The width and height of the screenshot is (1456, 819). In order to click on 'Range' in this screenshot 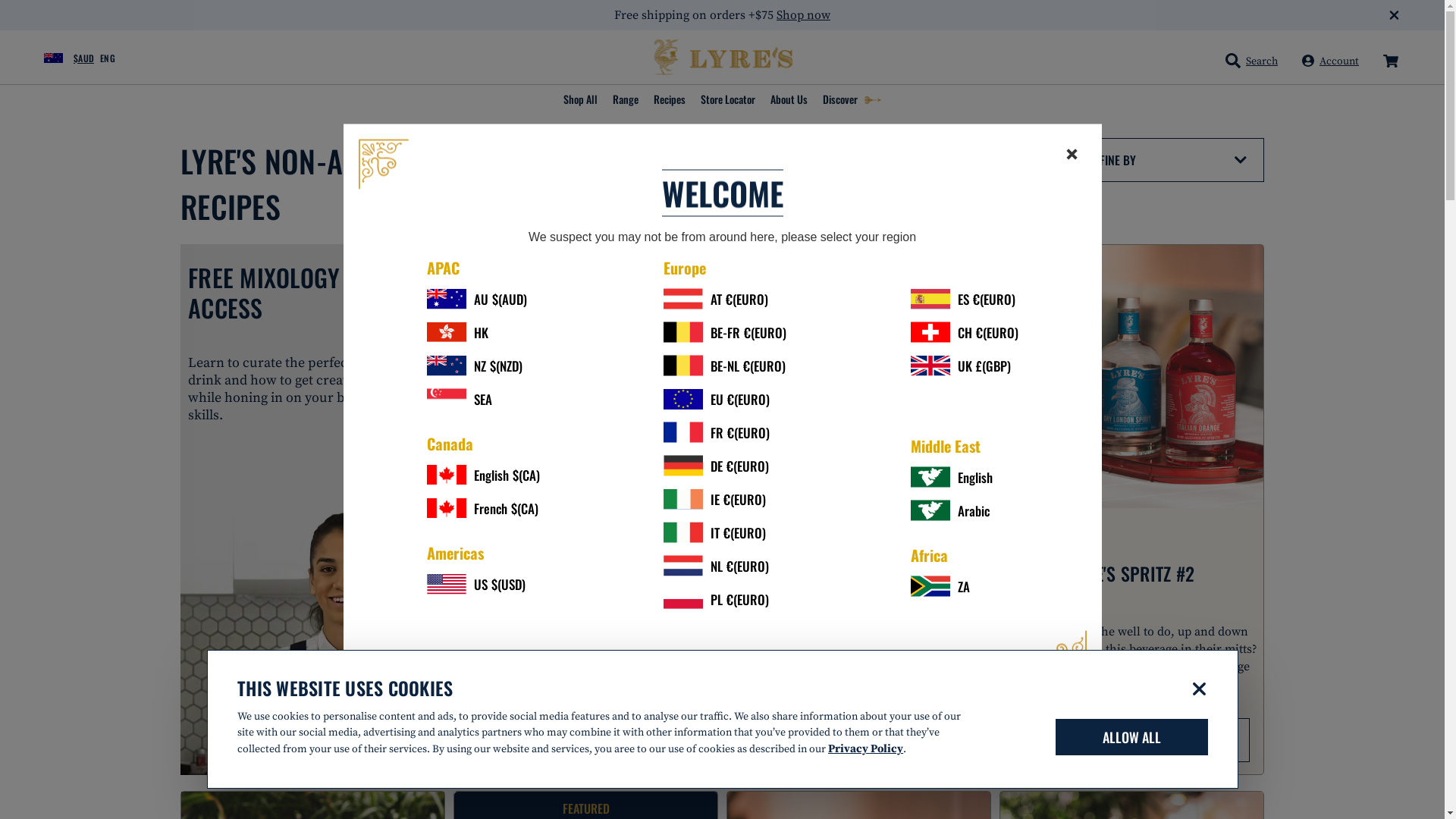, I will do `click(626, 99)`.